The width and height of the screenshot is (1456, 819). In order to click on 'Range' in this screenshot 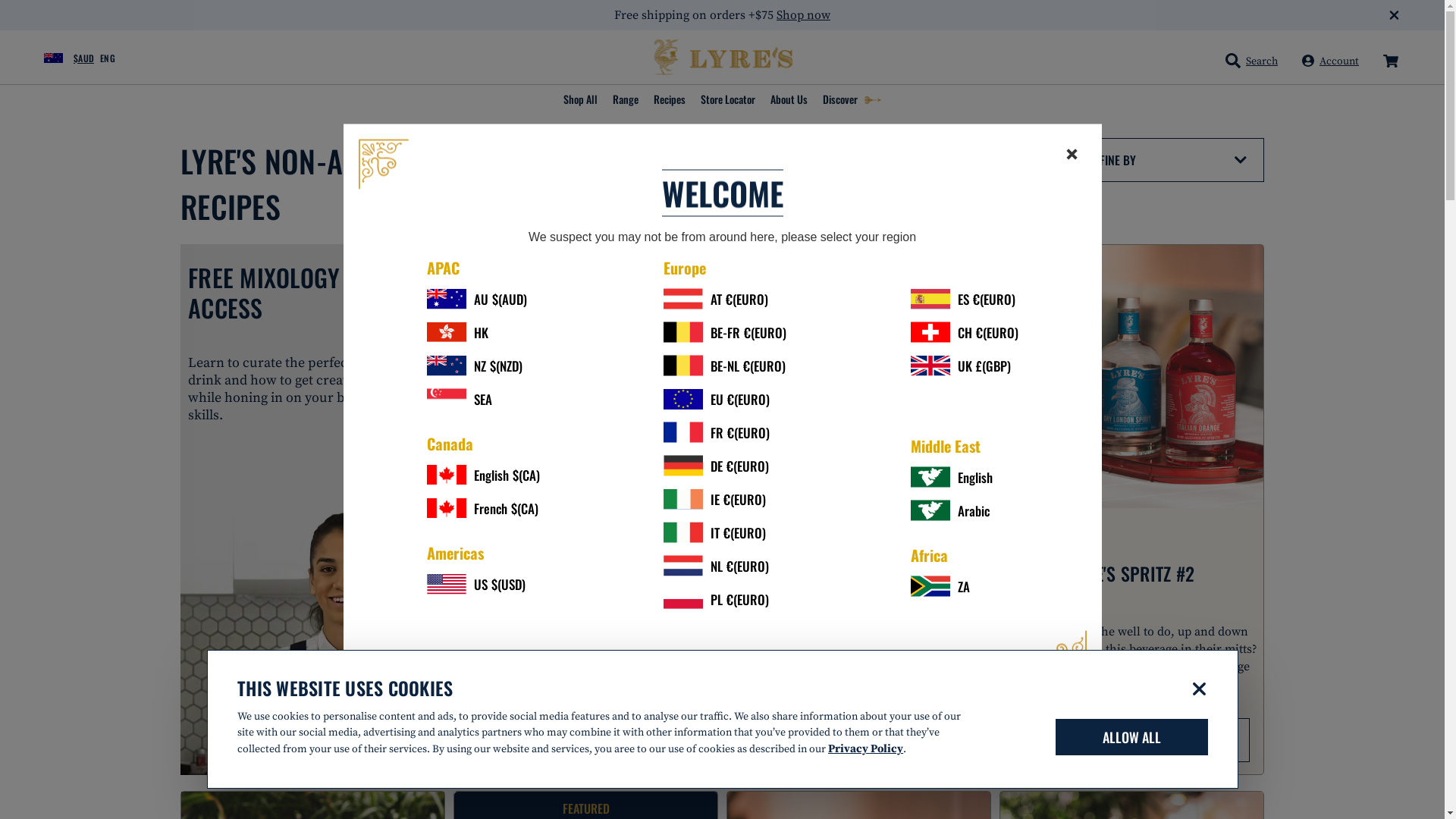, I will do `click(626, 99)`.